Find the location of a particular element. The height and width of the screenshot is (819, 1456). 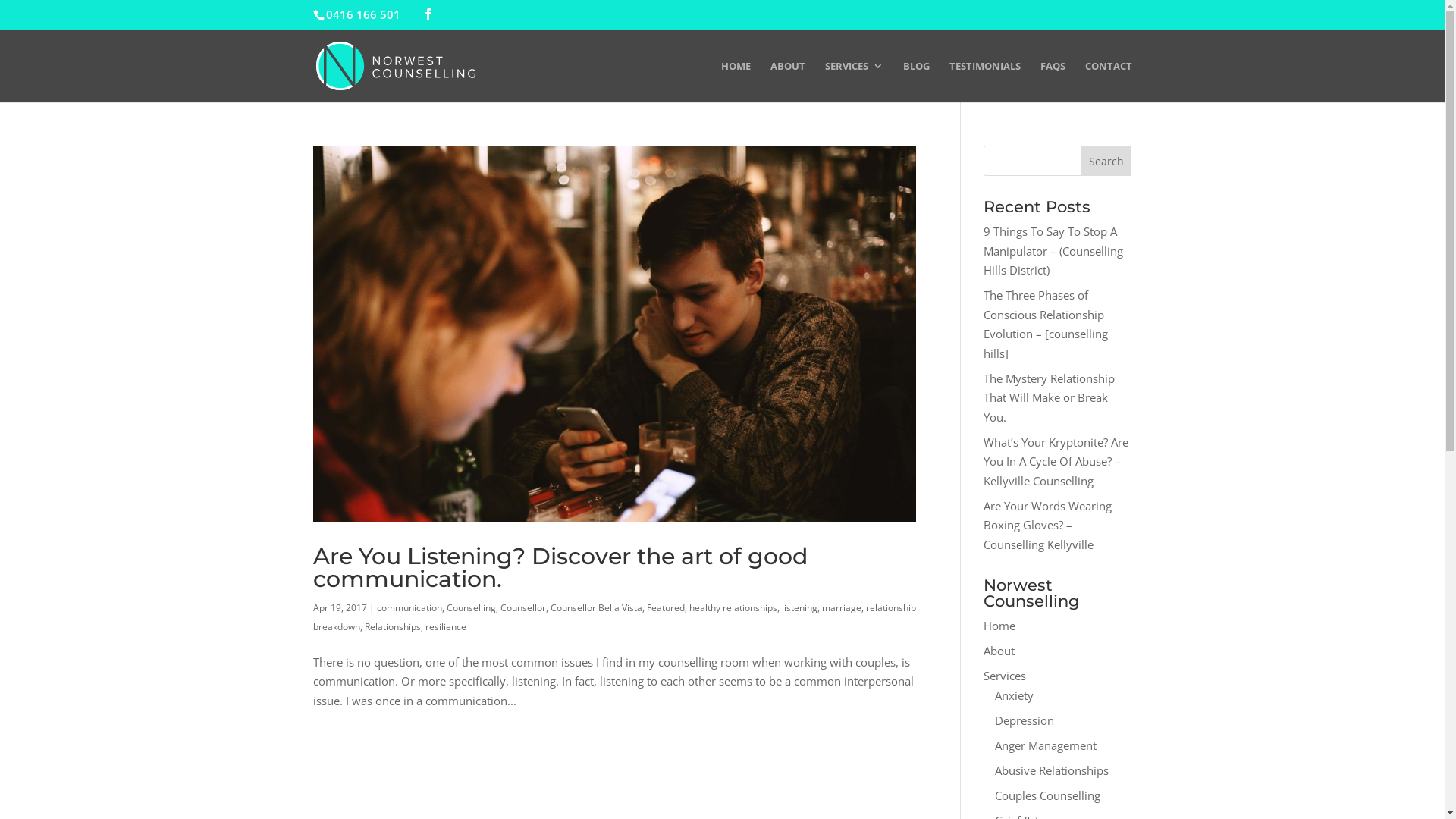

'Services' is located at coordinates (1004, 675).